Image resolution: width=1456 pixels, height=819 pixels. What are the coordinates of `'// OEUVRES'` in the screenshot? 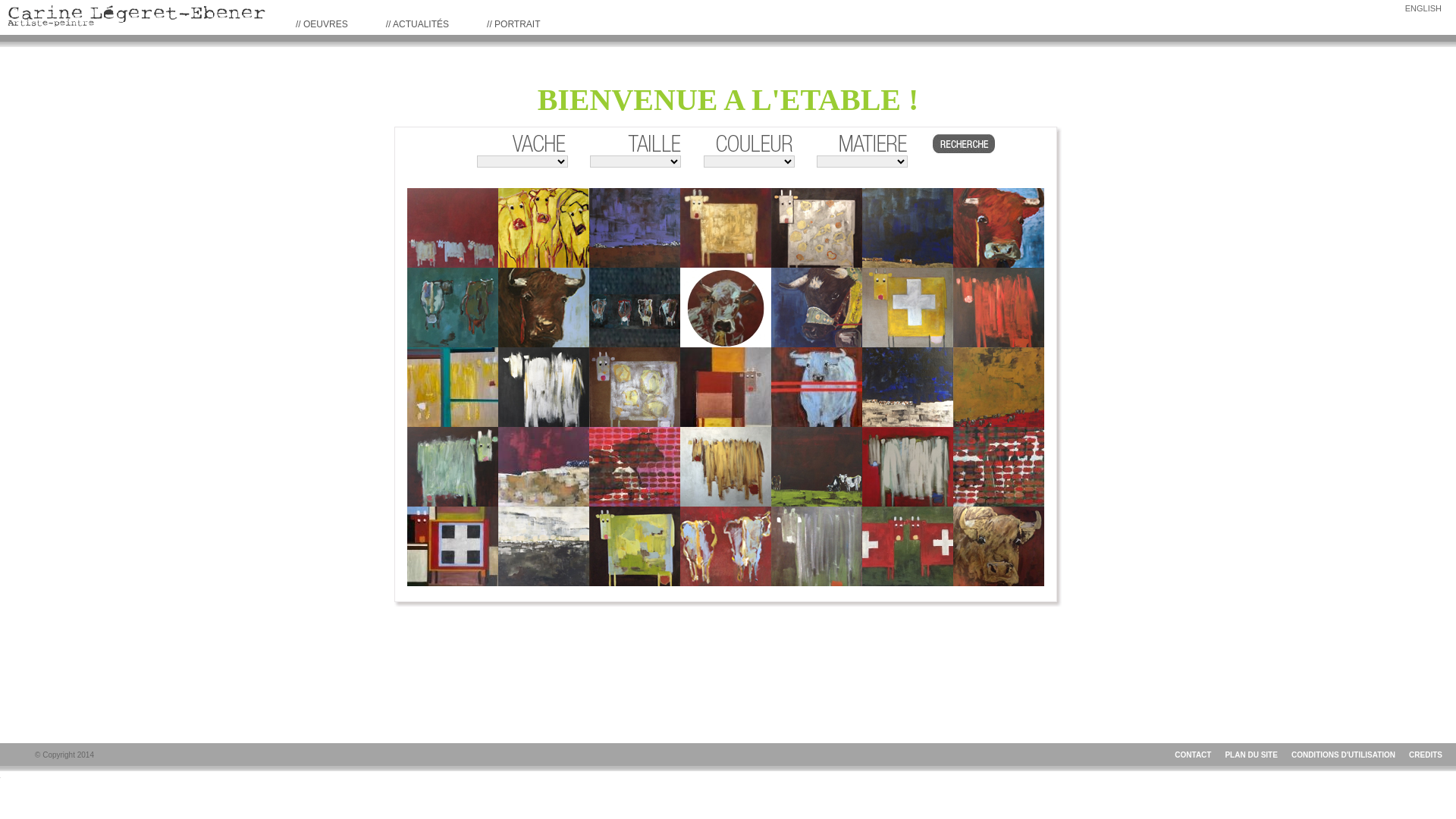 It's located at (321, 24).